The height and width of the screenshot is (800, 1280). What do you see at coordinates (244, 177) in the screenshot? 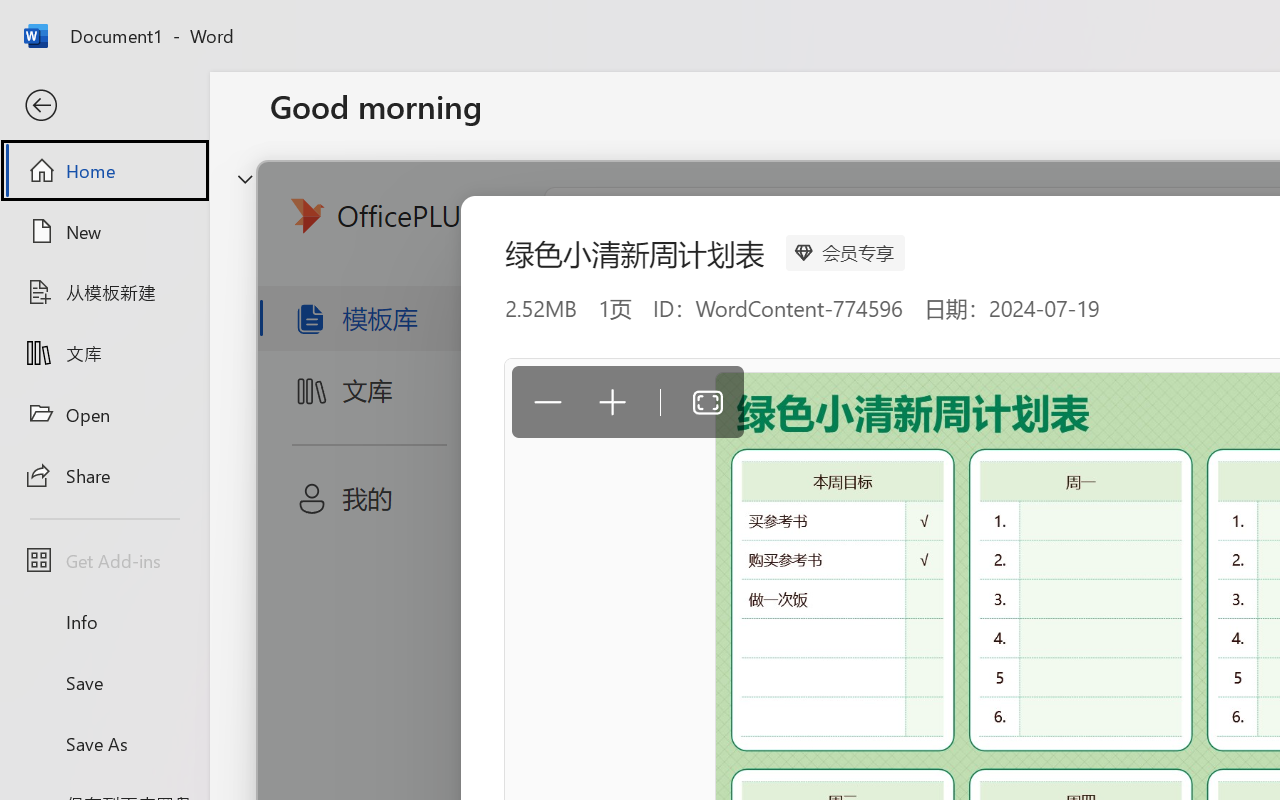
I see `'Hide or show region'` at bounding box center [244, 177].